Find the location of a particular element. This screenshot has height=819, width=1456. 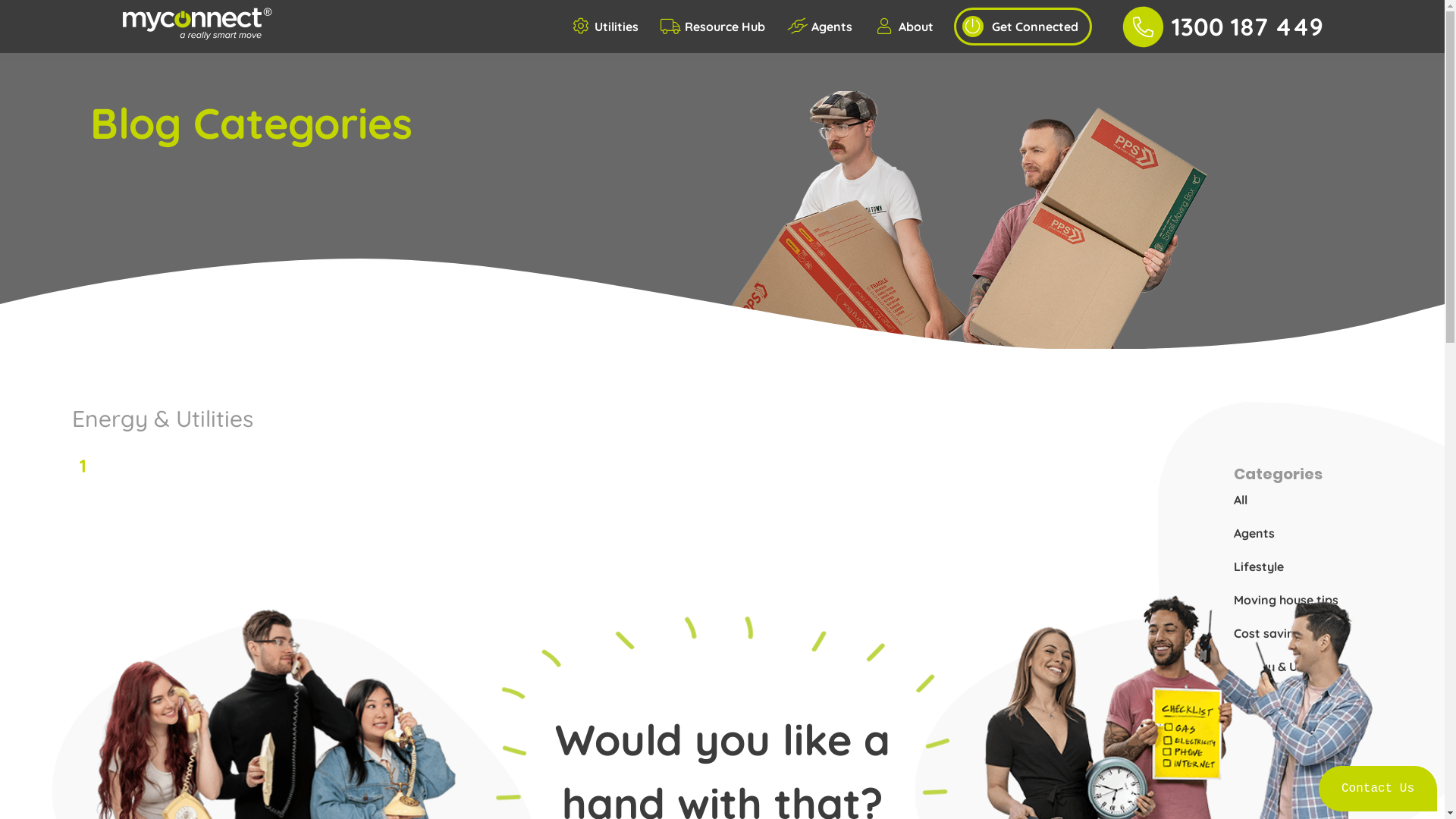

'1300 187 449' is located at coordinates (1219, 26).